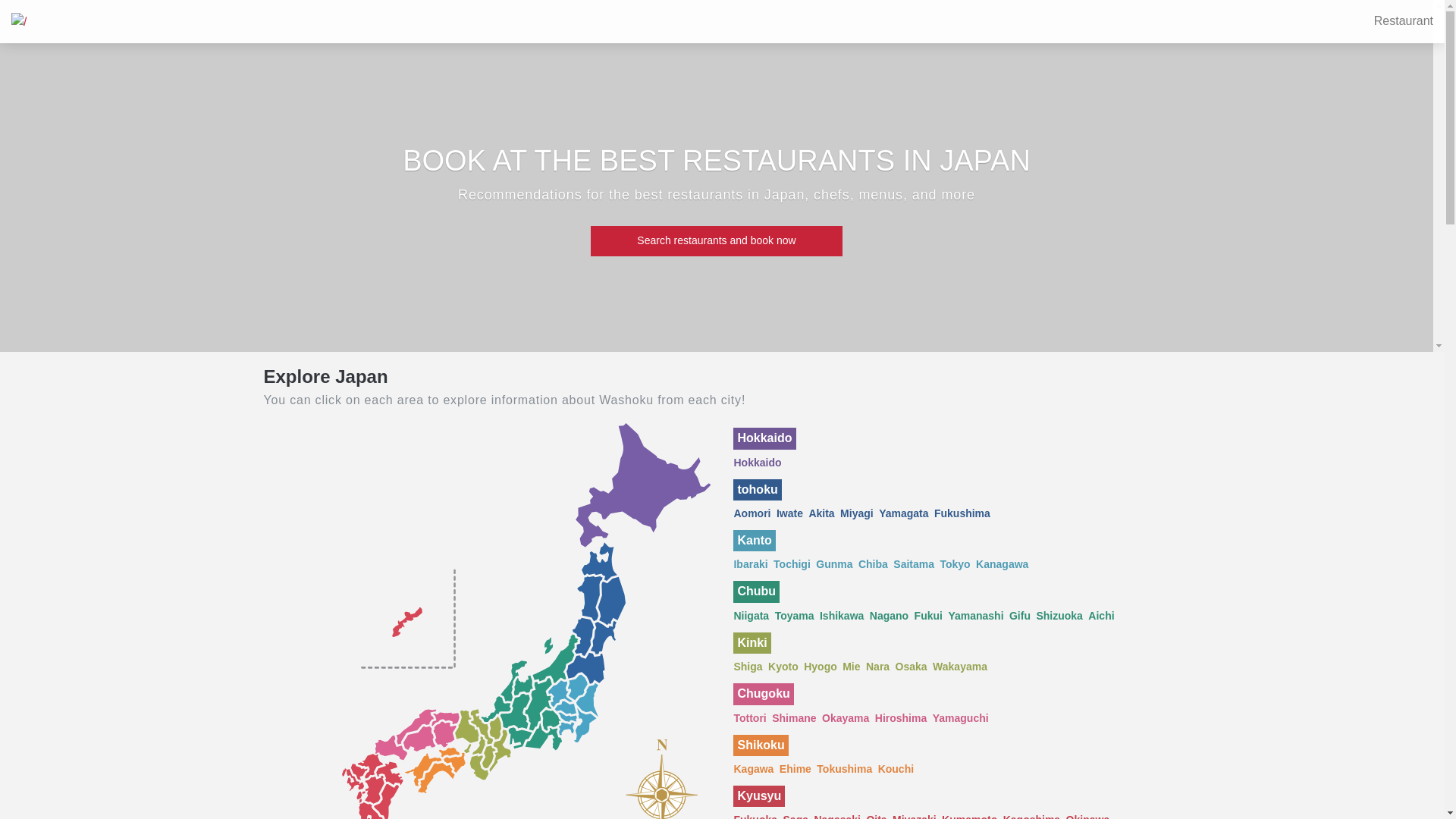  What do you see at coordinates (751, 616) in the screenshot?
I see `'Niigata'` at bounding box center [751, 616].